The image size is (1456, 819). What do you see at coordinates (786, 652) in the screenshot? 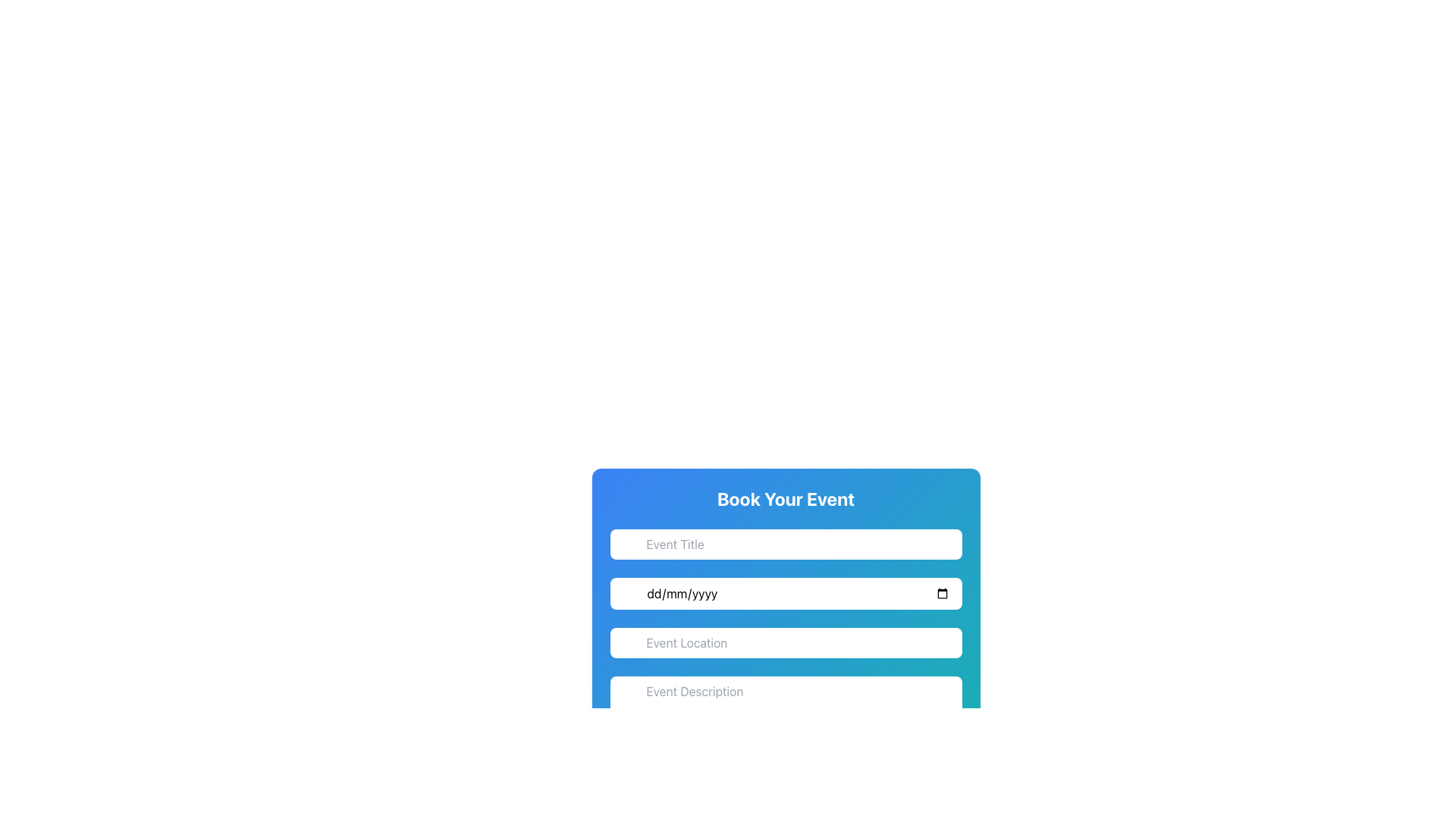
I see `the text input field for event location, positioned third in the vertical stack` at bounding box center [786, 652].